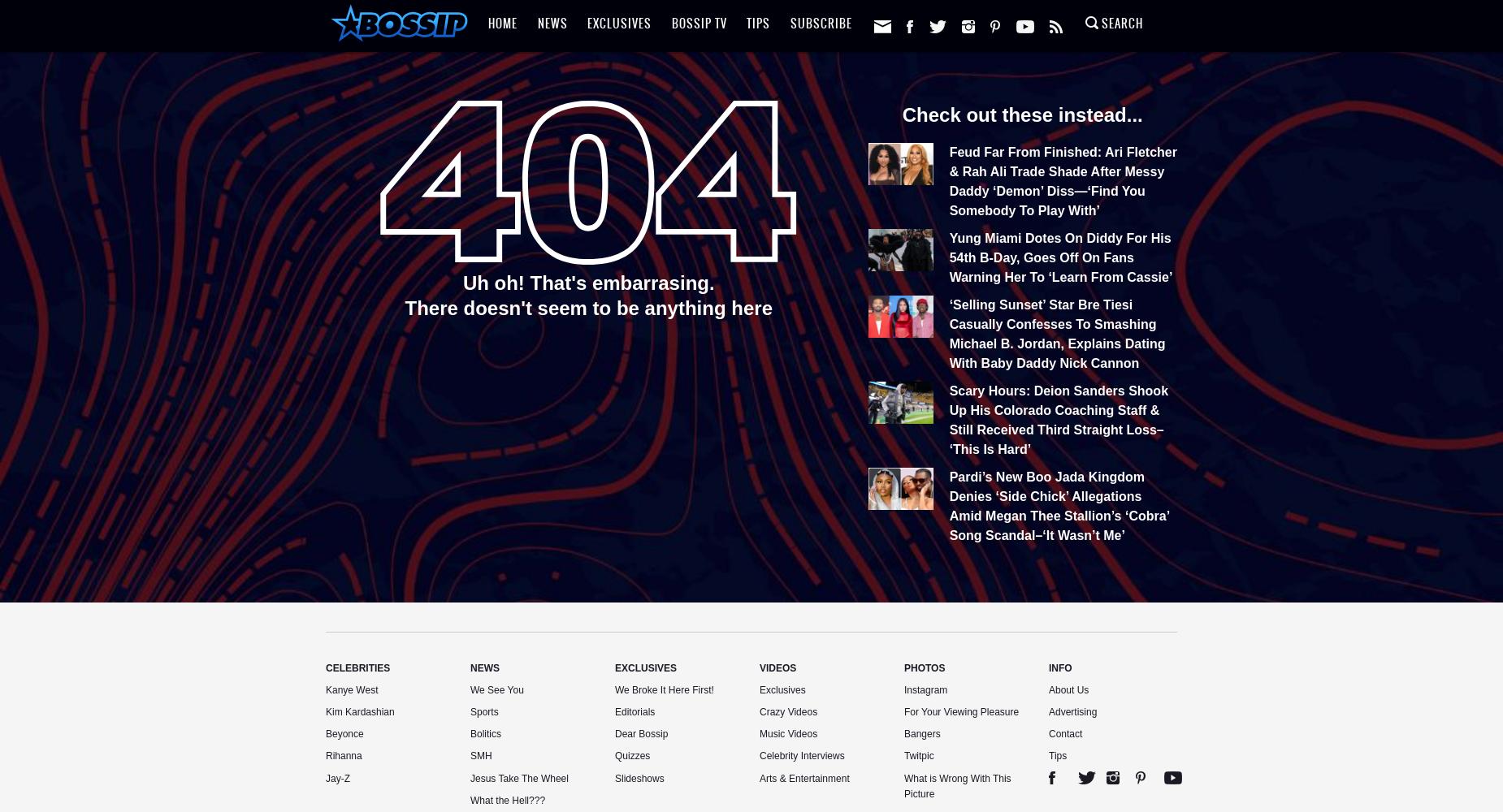  Describe the element at coordinates (903, 667) in the screenshot. I see `'Photos'` at that location.